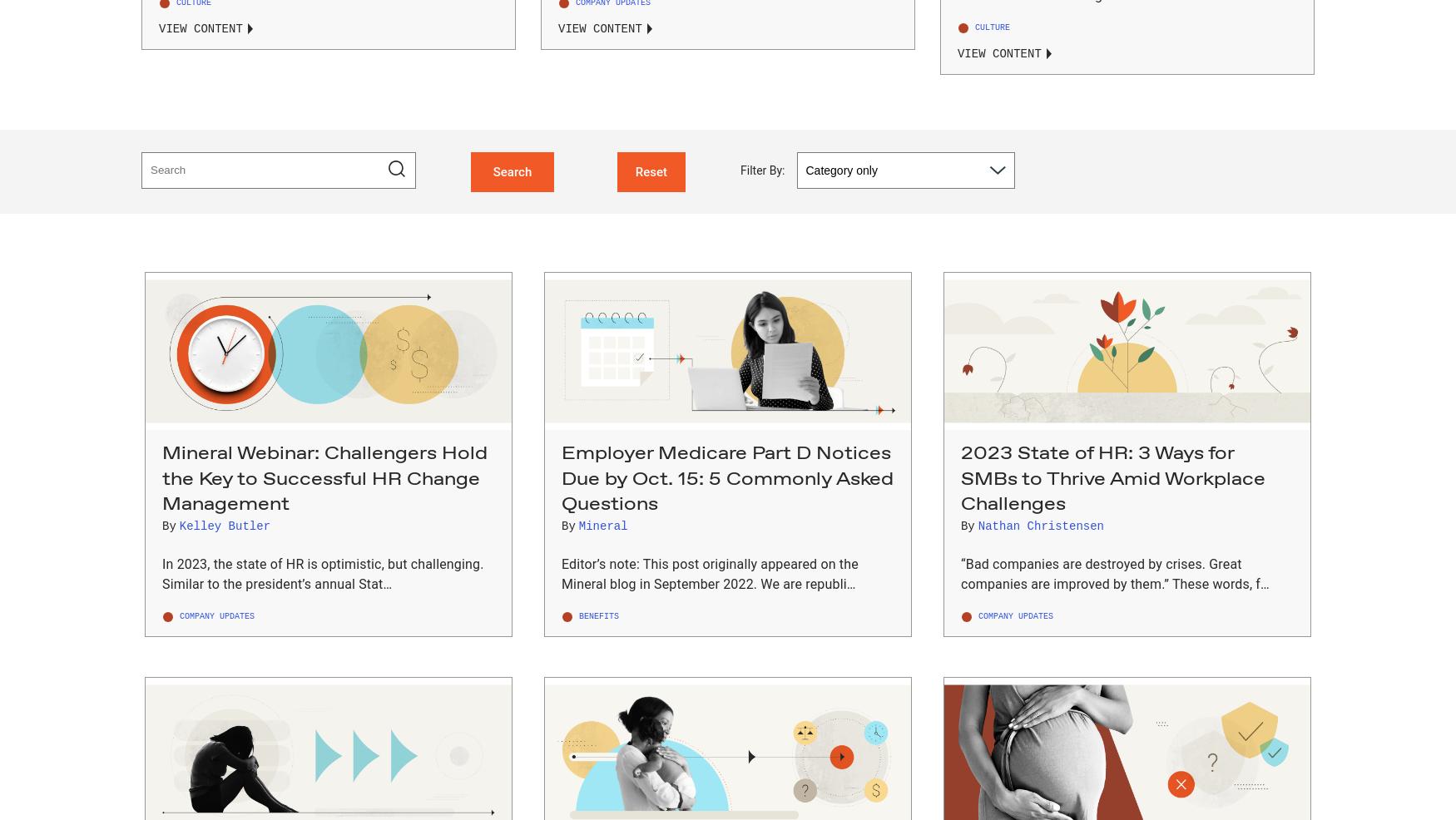  Describe the element at coordinates (740, 169) in the screenshot. I see `'Filter By:'` at that location.